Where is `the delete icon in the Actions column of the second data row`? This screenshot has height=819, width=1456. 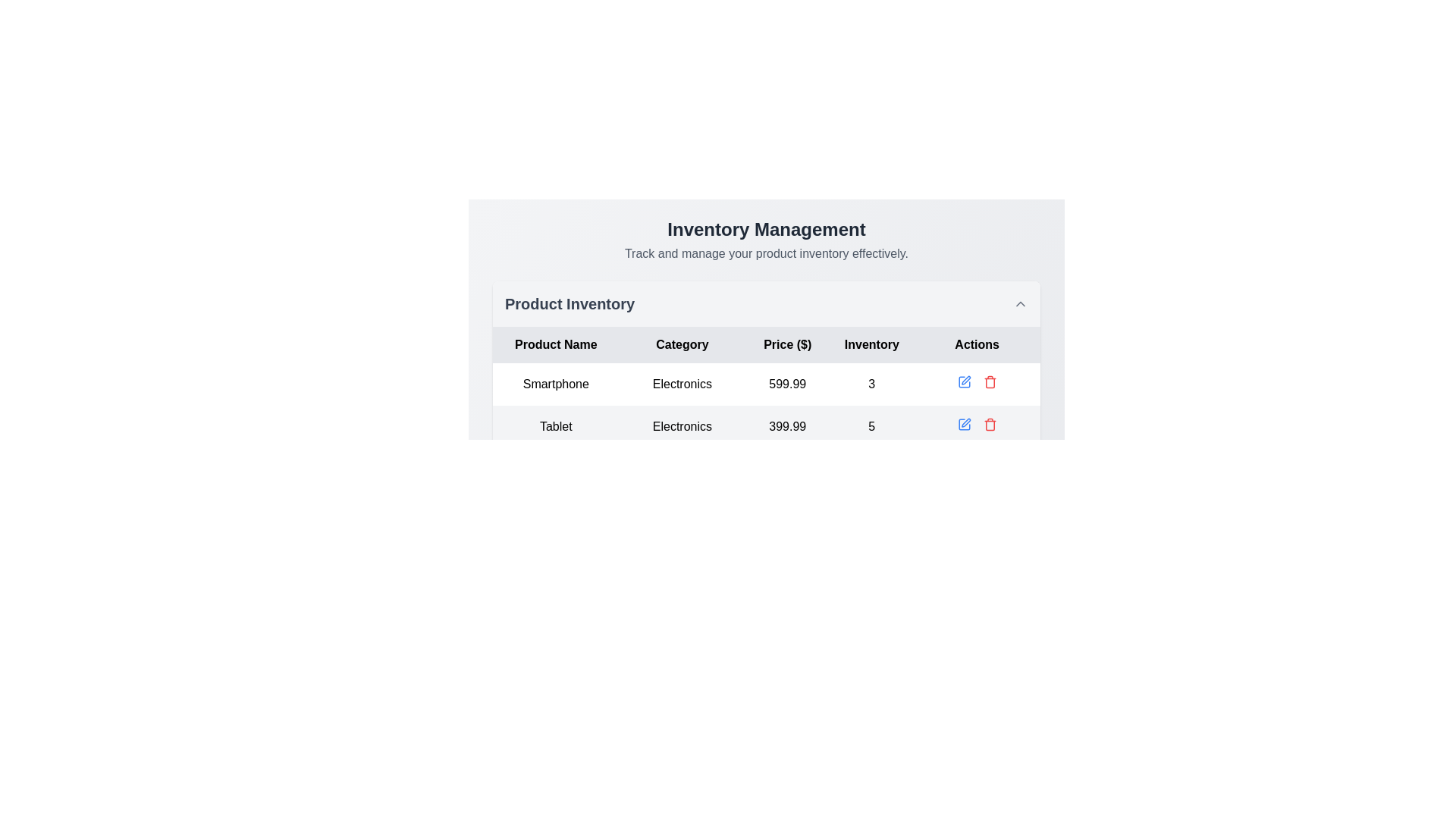 the delete icon in the Actions column of the second data row is located at coordinates (990, 424).